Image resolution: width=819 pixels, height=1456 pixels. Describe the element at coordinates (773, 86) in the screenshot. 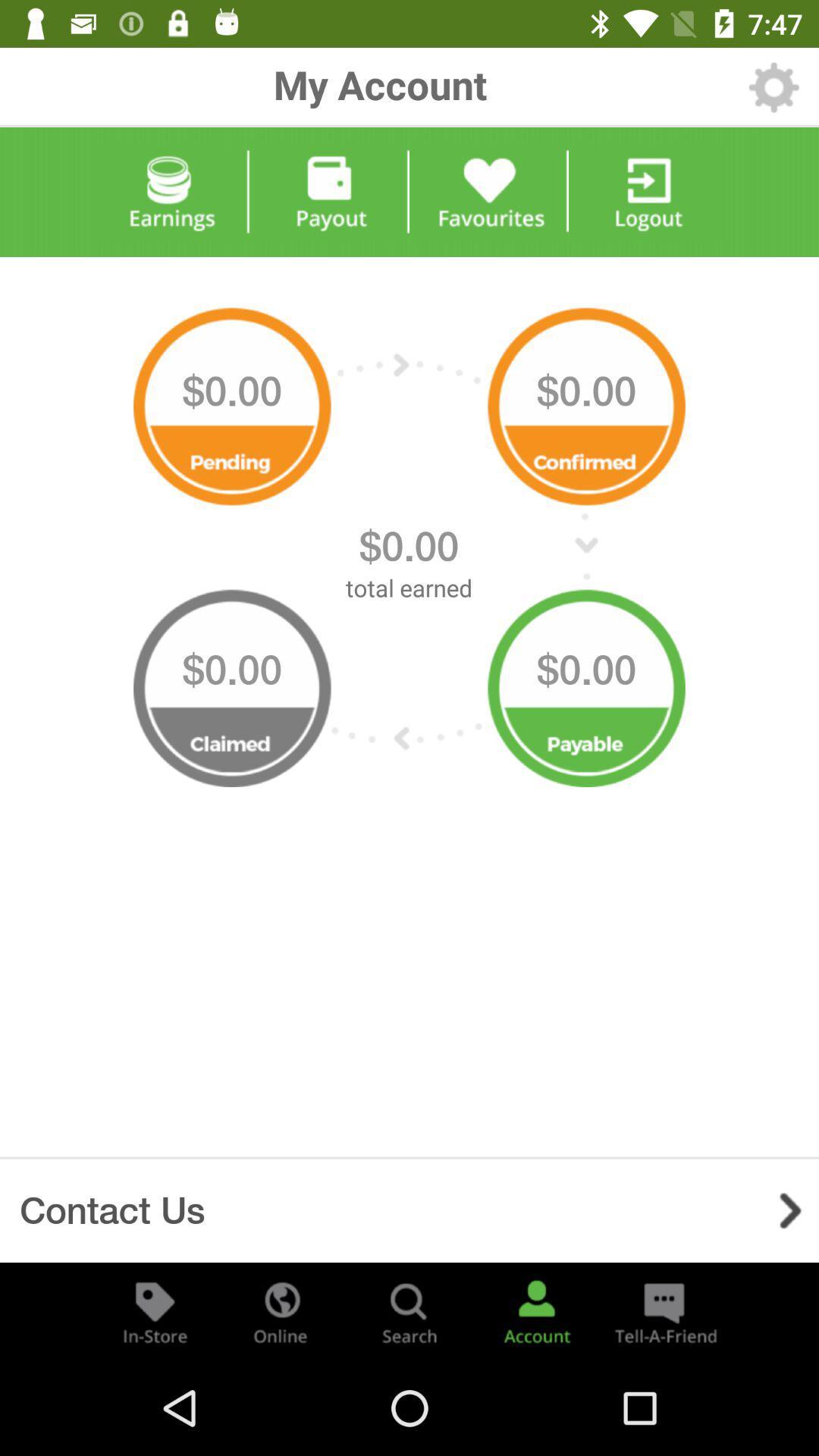

I see `settings` at that location.